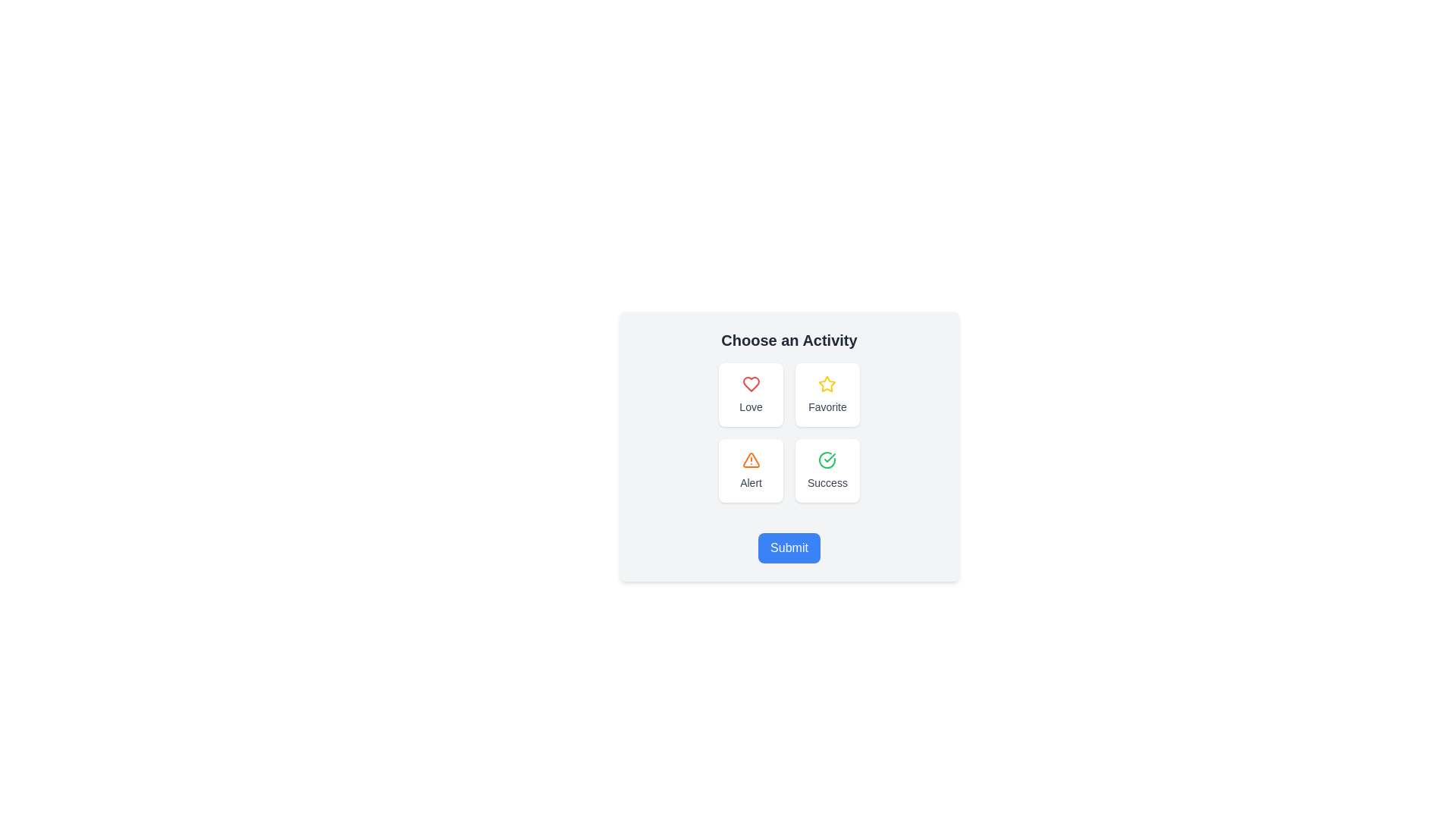  What do you see at coordinates (751, 383) in the screenshot?
I see `the heart-shaped icon styled in red, located in the top-left corner of the 'Choose an Activity' grid, above the 'Love' label` at bounding box center [751, 383].